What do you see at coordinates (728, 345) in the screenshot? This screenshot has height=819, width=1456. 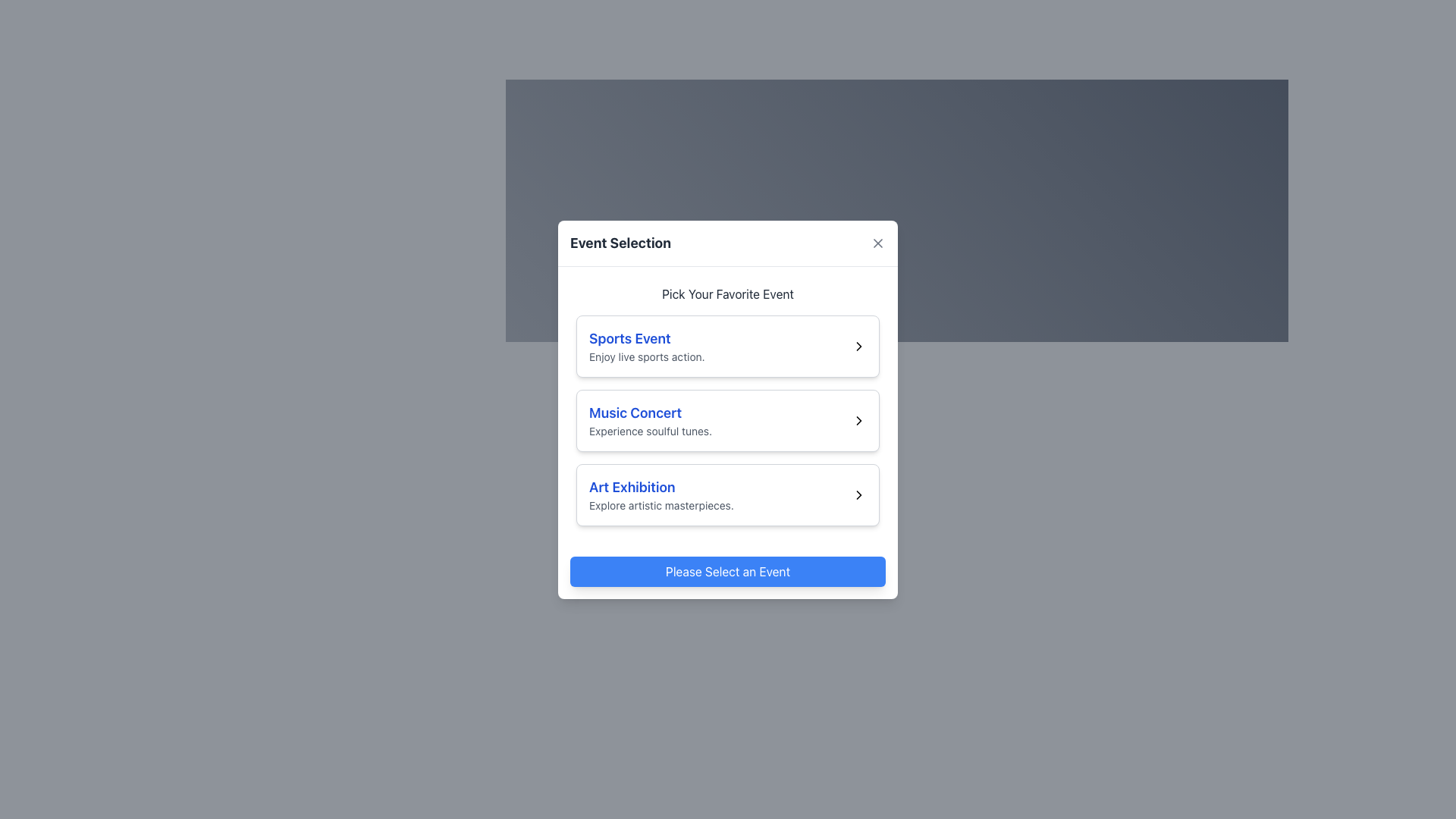 I see `focus the first clickable card representing a sports event option within the 'Event Selection' modal` at bounding box center [728, 345].